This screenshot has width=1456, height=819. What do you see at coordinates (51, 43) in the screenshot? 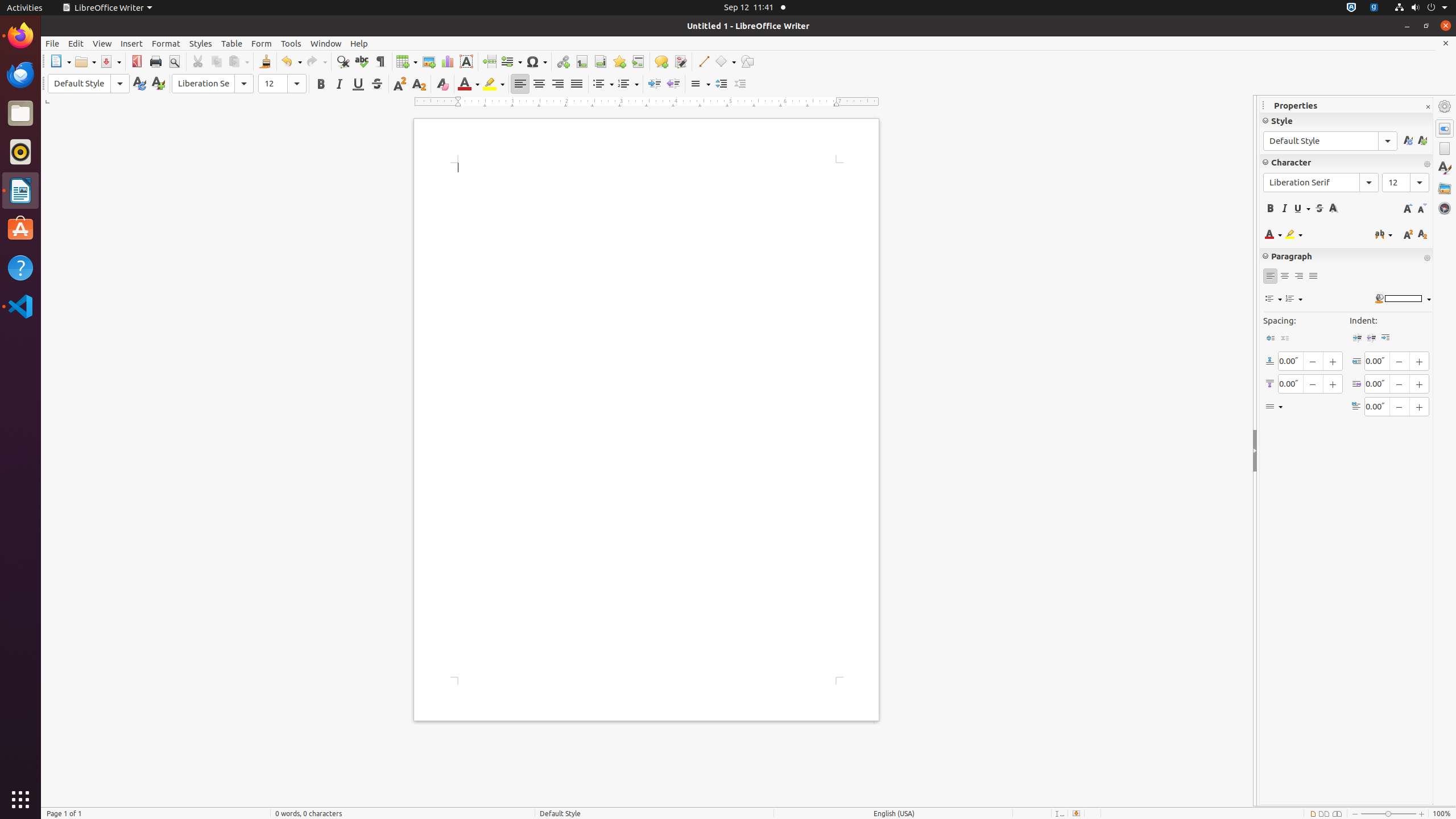
I see `'File'` at bounding box center [51, 43].